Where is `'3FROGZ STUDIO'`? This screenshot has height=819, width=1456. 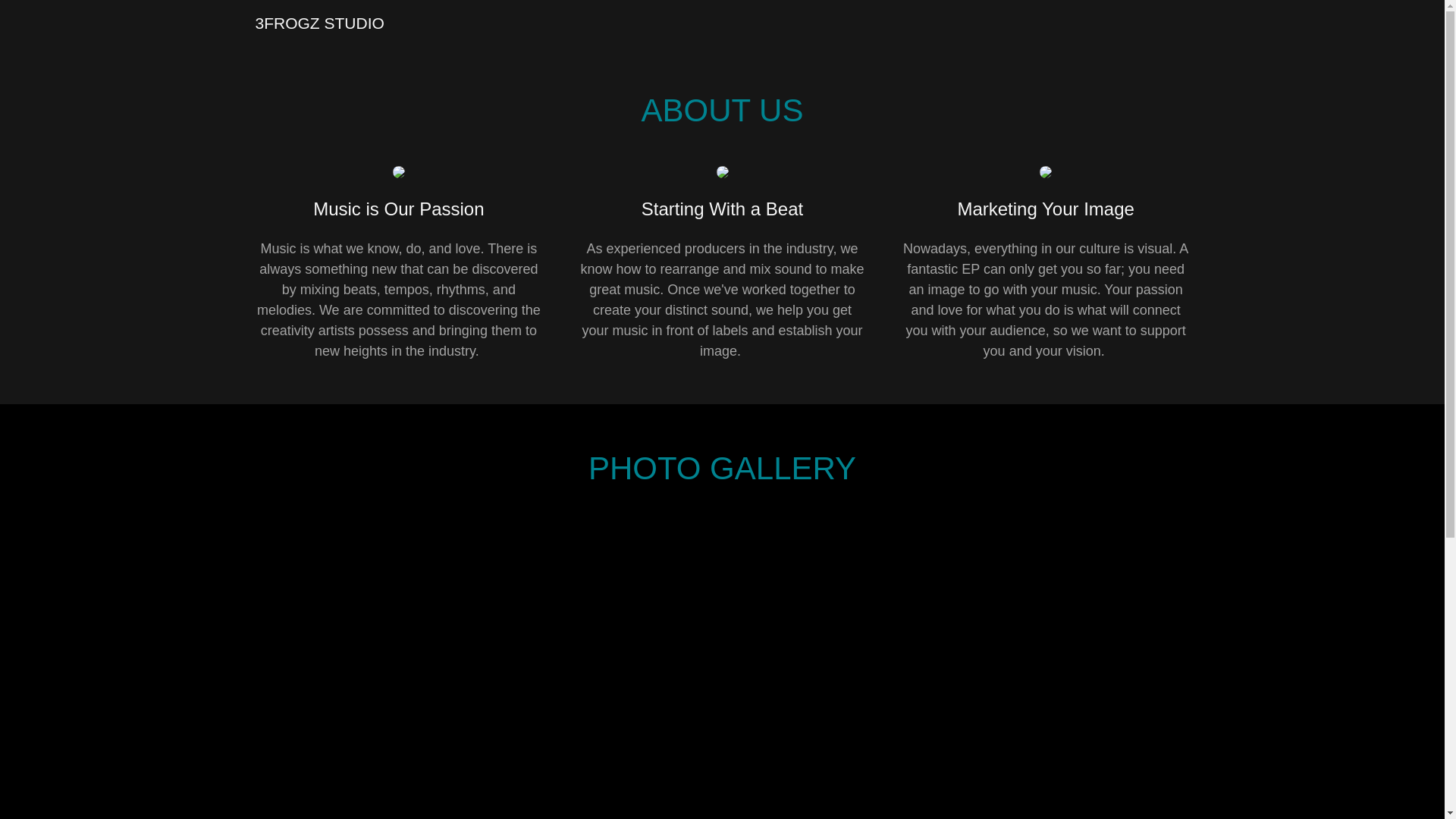 '3FROGZ STUDIO' is located at coordinates (318, 24).